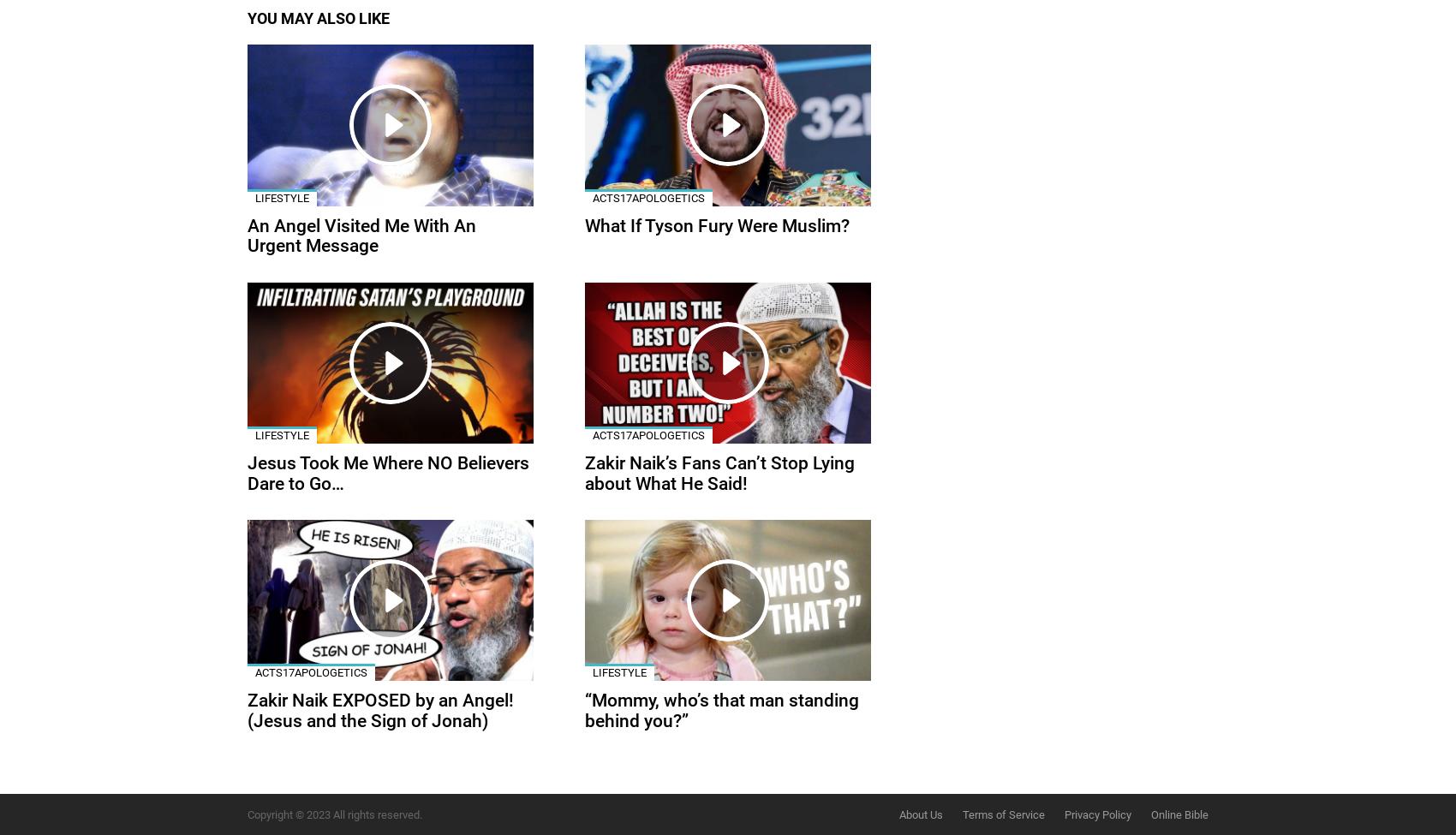 Image resolution: width=1456 pixels, height=835 pixels. Describe the element at coordinates (1002, 813) in the screenshot. I see `'Terms of Service'` at that location.